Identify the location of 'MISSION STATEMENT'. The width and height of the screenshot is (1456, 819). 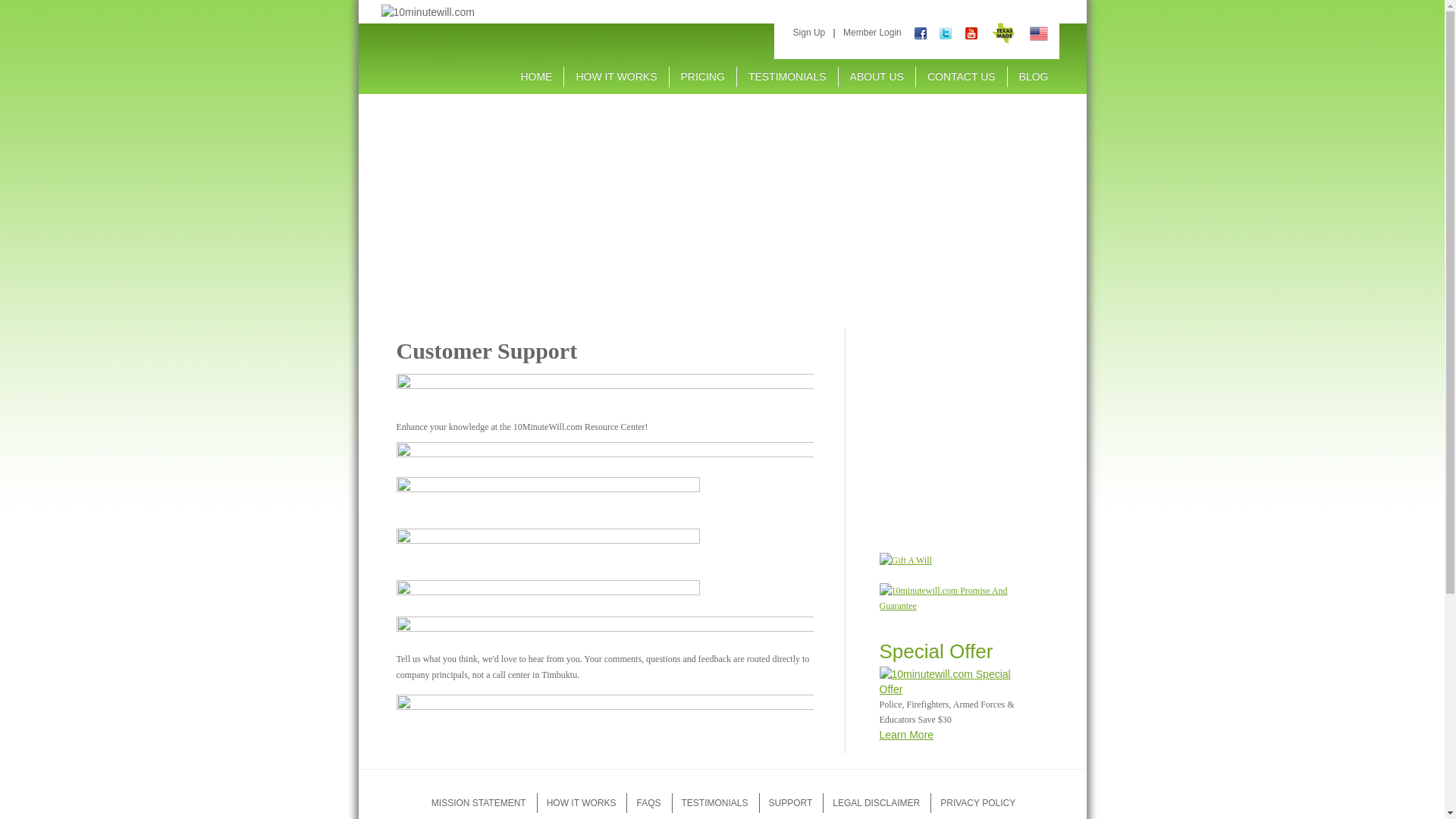
(478, 802).